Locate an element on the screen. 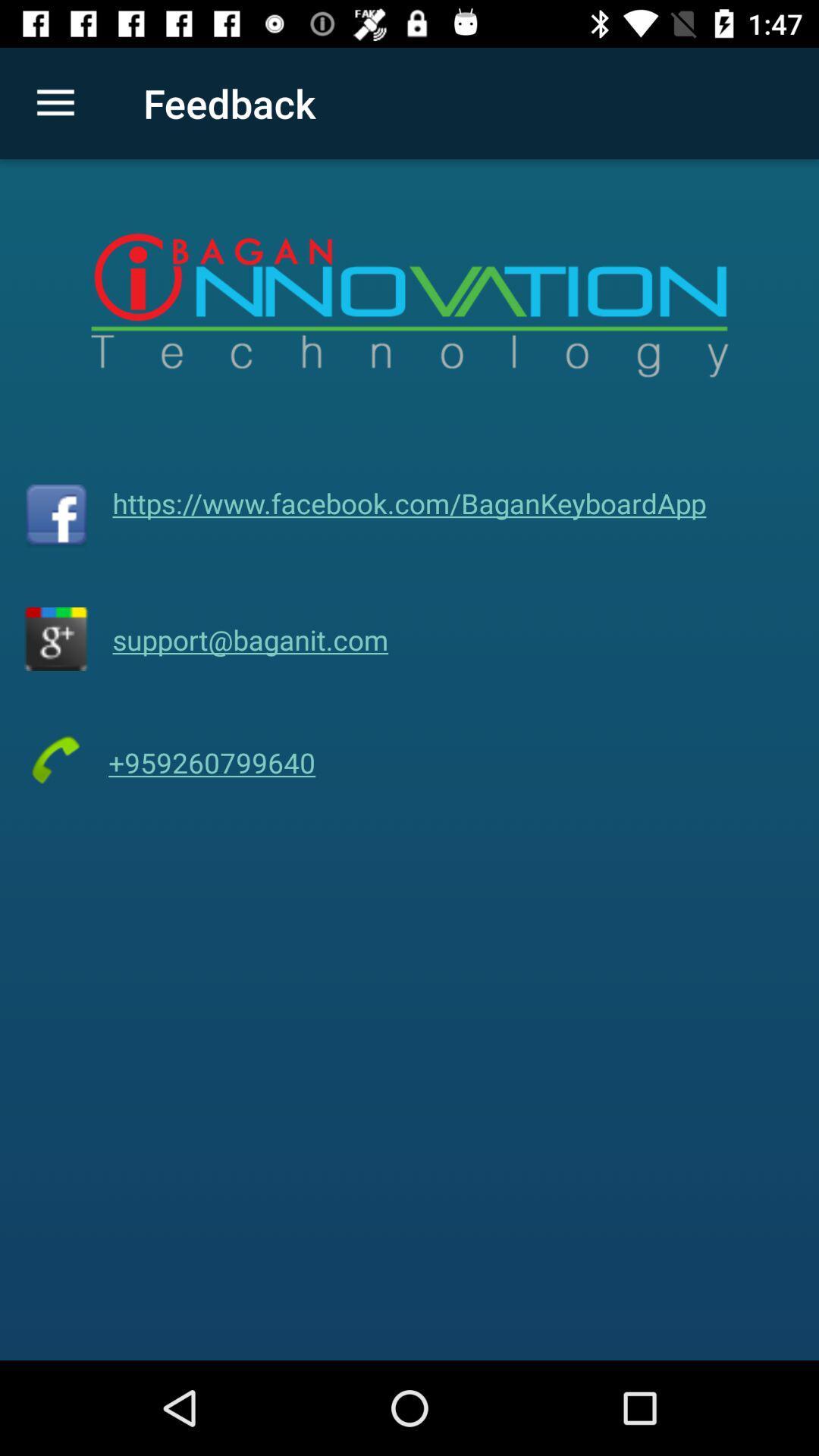  the item above +959260799640 icon is located at coordinates (249, 639).